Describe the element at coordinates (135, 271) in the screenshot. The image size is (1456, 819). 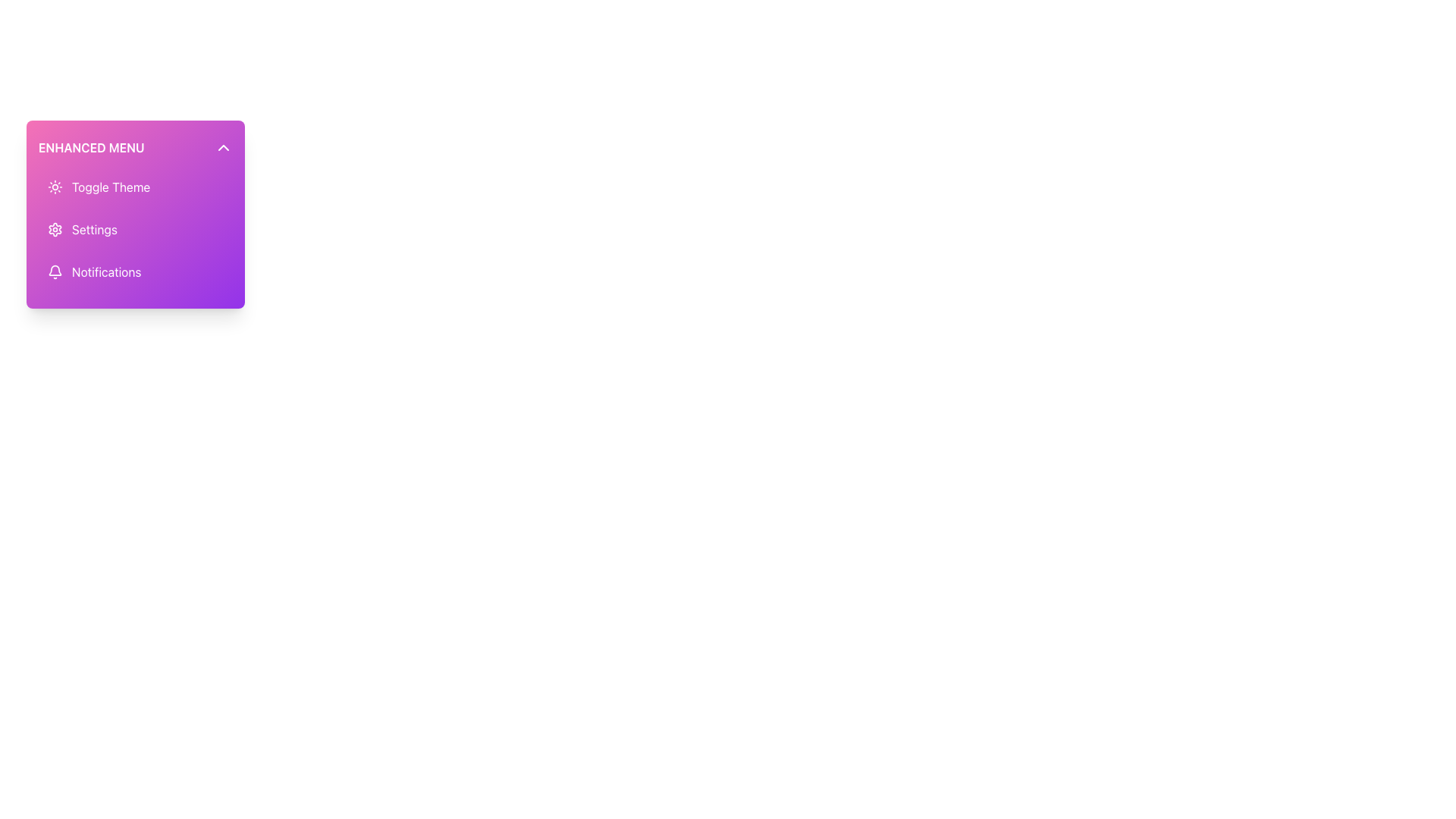
I see `'Notifications' button, which is a horizontal button with a bell icon and white text, located at the bottom of the menu, to view its properties` at that location.